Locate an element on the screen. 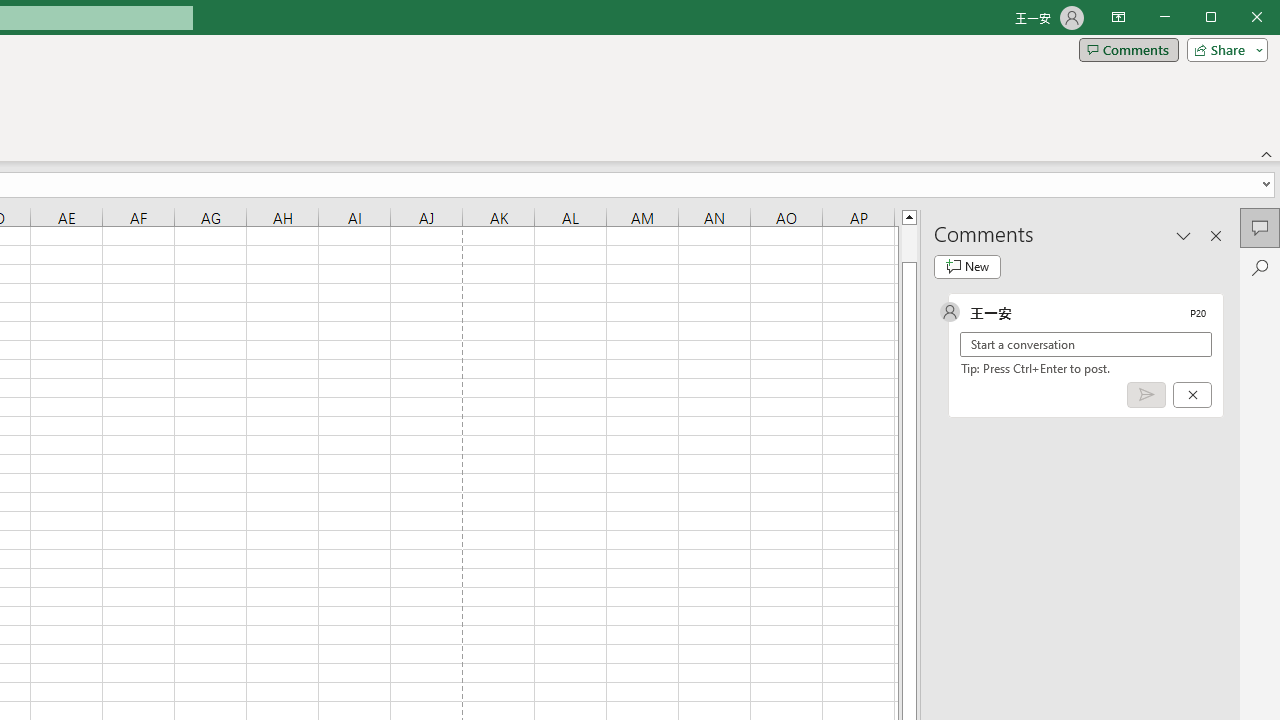 The width and height of the screenshot is (1280, 720). 'New comment' is located at coordinates (967, 266).